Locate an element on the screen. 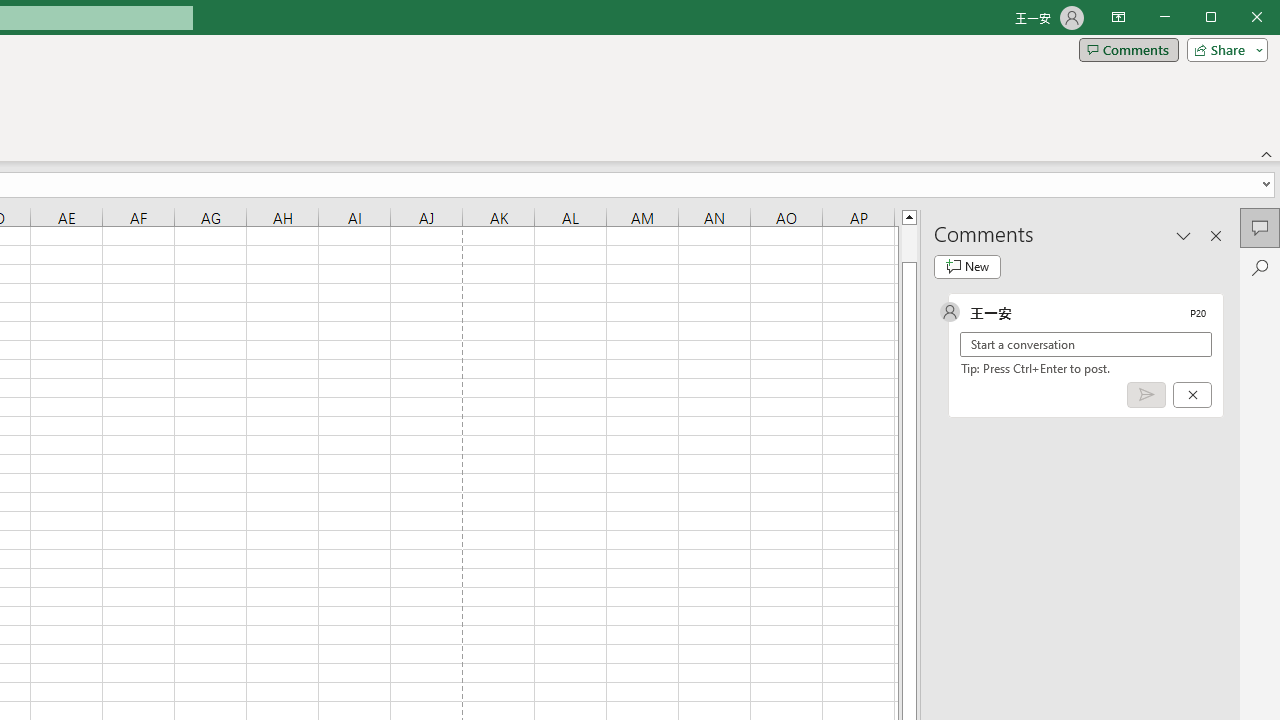 The width and height of the screenshot is (1280, 720). 'New comment' is located at coordinates (967, 266).